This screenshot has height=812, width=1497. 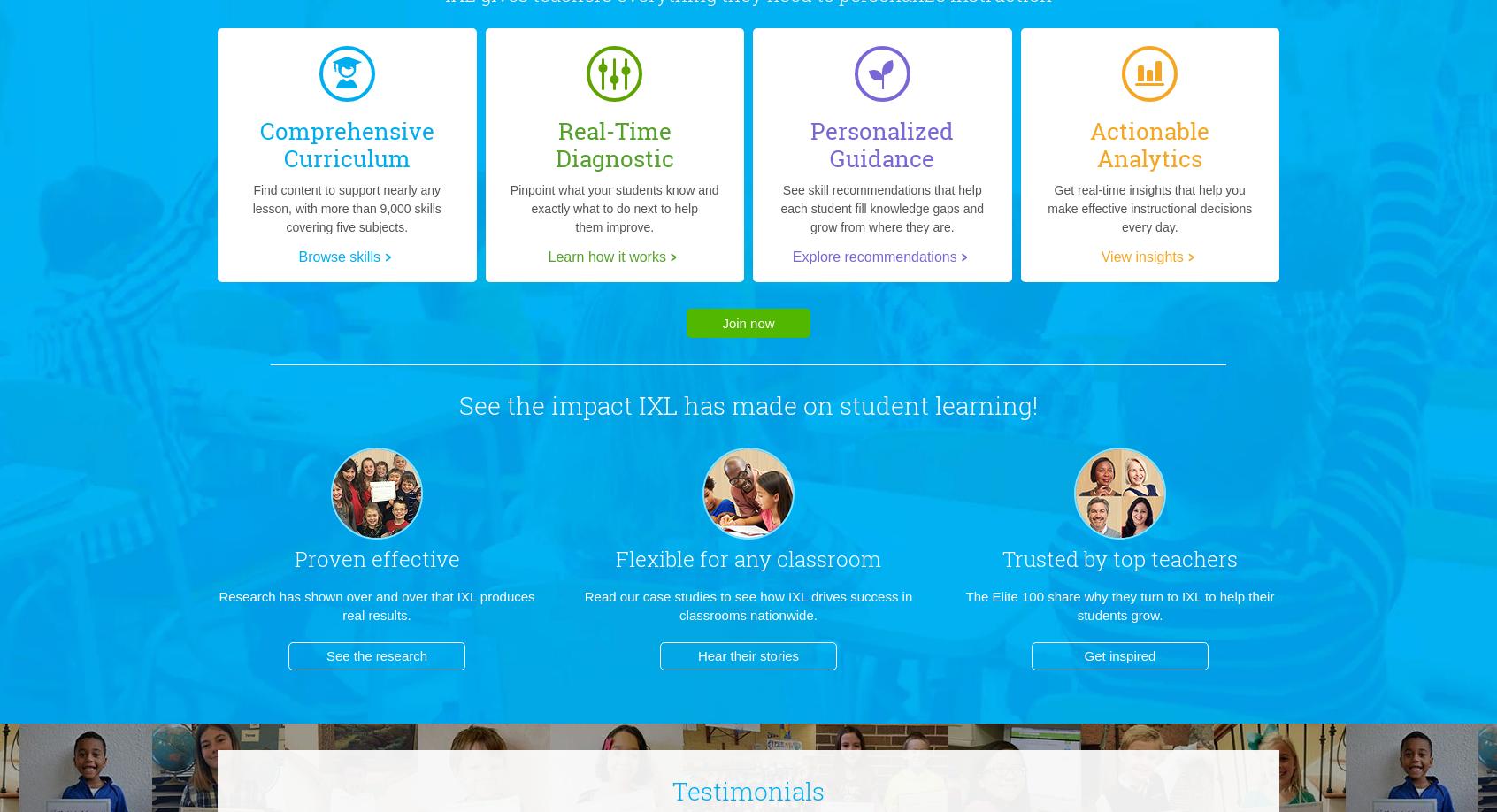 What do you see at coordinates (1148, 128) in the screenshot?
I see `'Actionable'` at bounding box center [1148, 128].